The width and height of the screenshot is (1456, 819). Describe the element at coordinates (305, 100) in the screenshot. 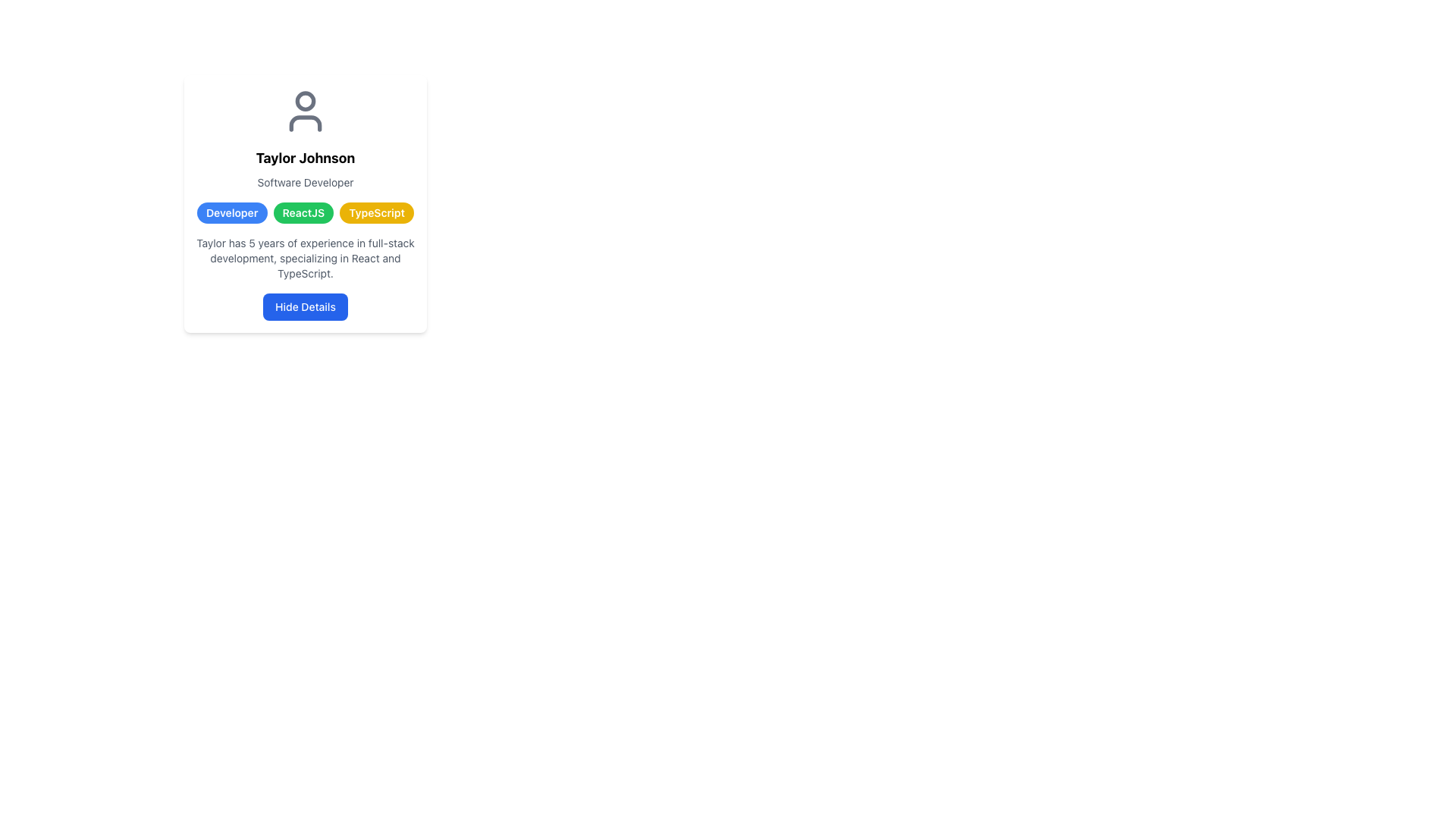

I see `the circular graphical component that represents the user icon's head, located centrally above the name and role information` at that location.